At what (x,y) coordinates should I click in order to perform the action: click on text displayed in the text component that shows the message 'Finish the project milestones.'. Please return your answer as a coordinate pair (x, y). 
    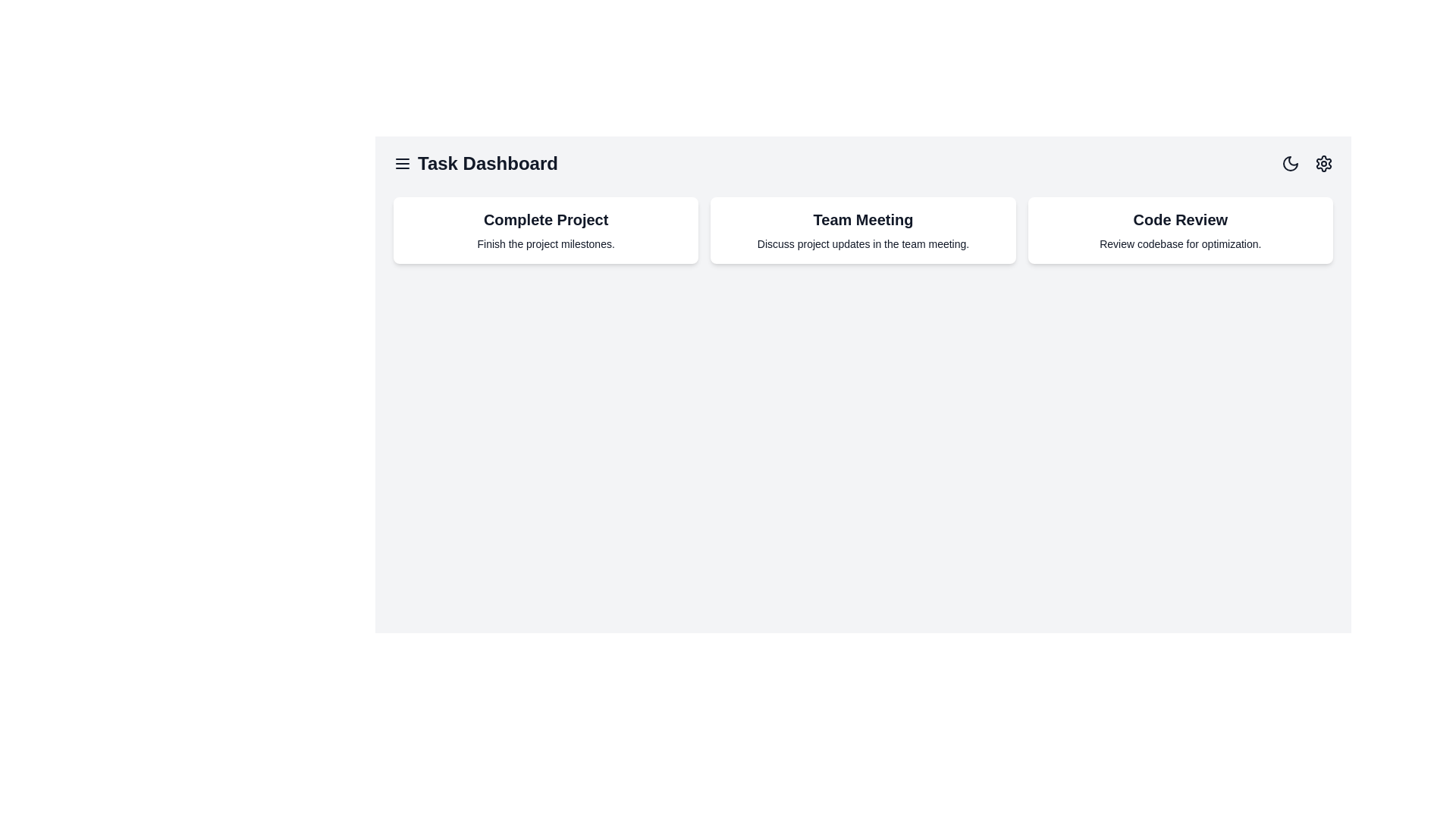
    Looking at the image, I should click on (546, 243).